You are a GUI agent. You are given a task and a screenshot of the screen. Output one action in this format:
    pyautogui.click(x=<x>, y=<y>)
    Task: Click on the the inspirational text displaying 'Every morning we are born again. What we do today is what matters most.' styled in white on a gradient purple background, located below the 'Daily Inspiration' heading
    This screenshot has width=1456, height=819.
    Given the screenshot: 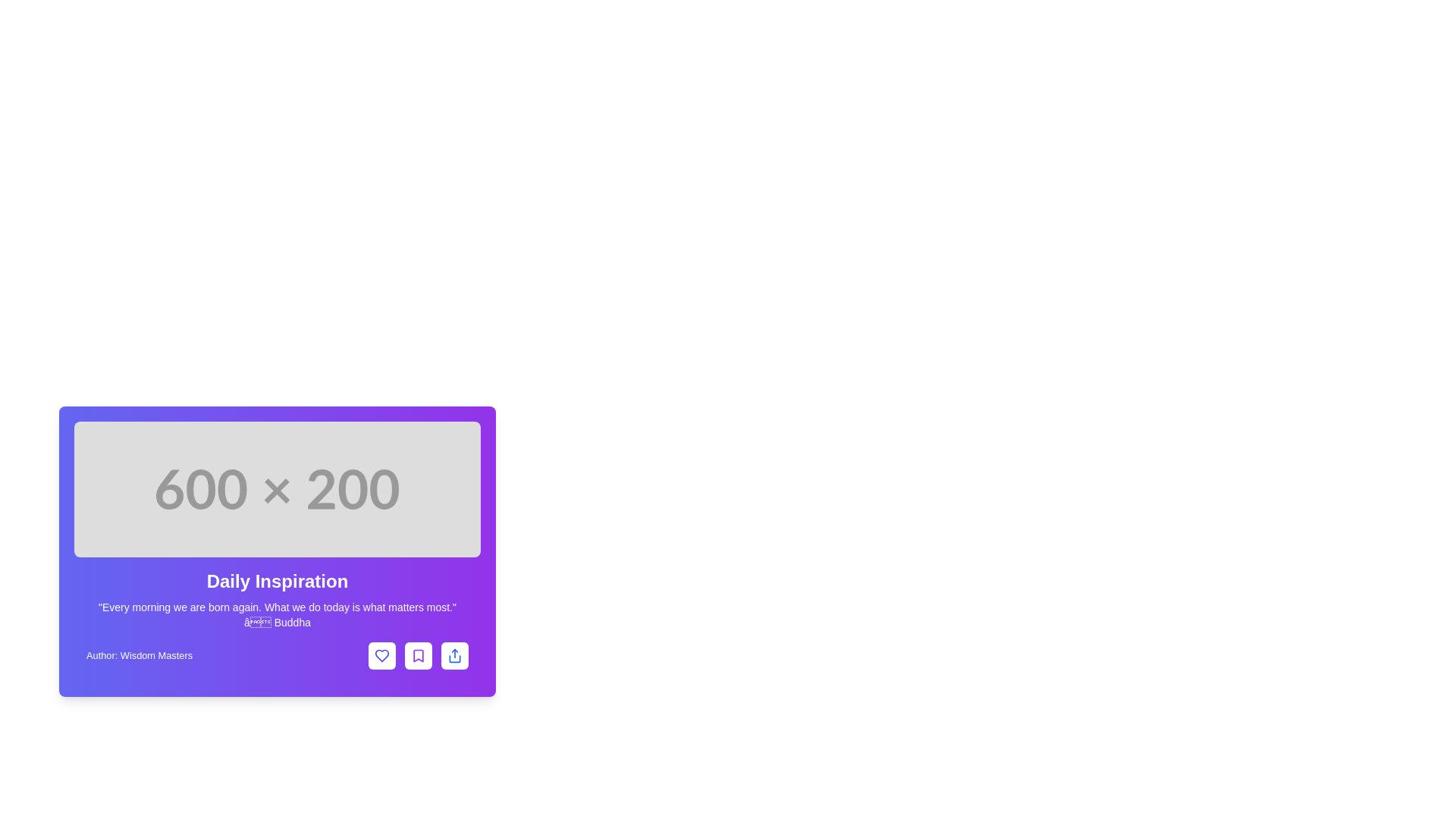 What is the action you would take?
    pyautogui.click(x=277, y=614)
    